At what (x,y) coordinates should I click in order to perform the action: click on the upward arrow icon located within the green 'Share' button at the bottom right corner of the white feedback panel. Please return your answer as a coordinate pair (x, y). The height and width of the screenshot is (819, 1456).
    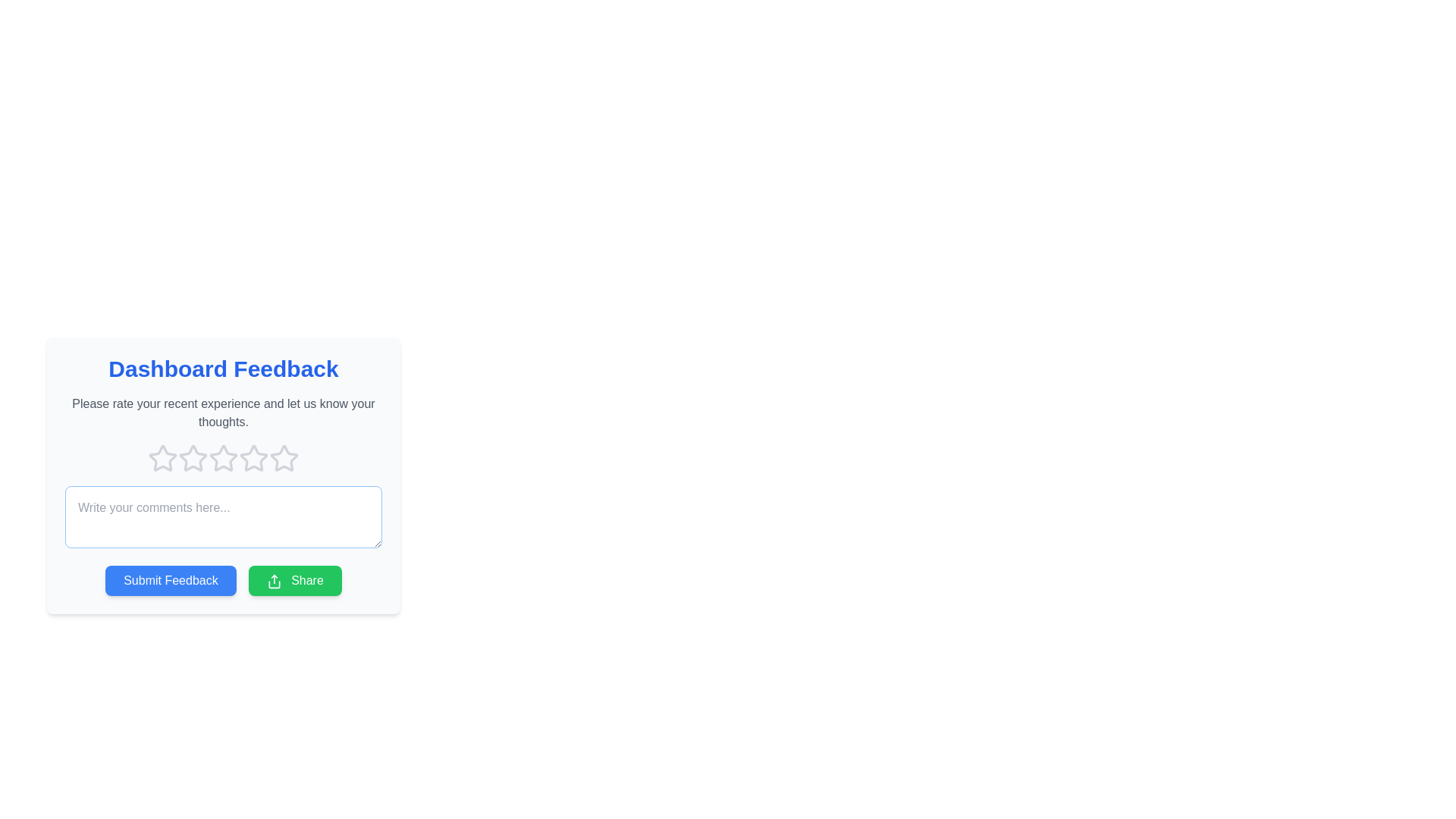
    Looking at the image, I should click on (274, 580).